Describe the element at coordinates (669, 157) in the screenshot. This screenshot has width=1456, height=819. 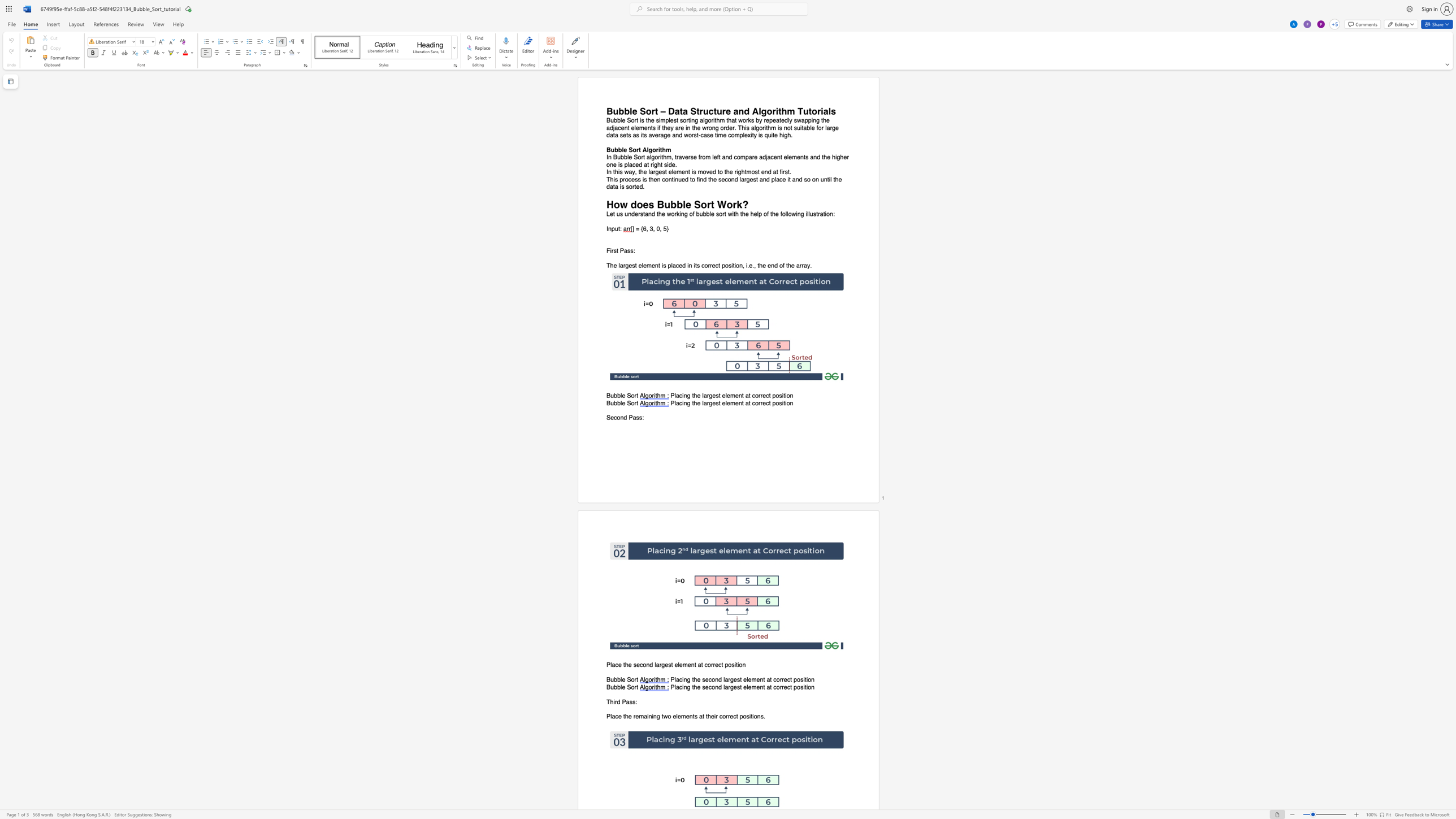
I see `the 1th character "m" in the text` at that location.